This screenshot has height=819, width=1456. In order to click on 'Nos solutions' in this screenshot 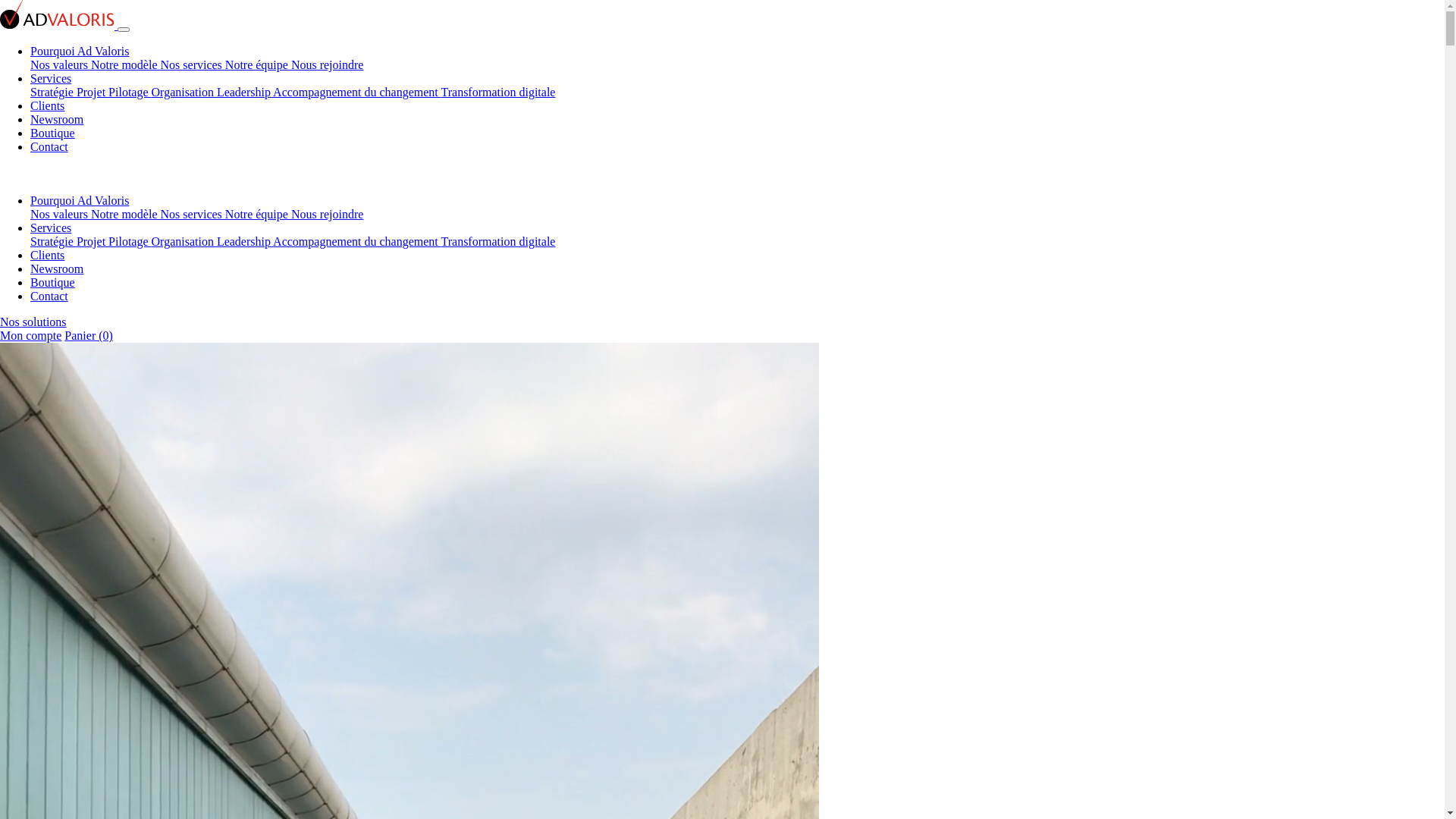, I will do `click(33, 321)`.